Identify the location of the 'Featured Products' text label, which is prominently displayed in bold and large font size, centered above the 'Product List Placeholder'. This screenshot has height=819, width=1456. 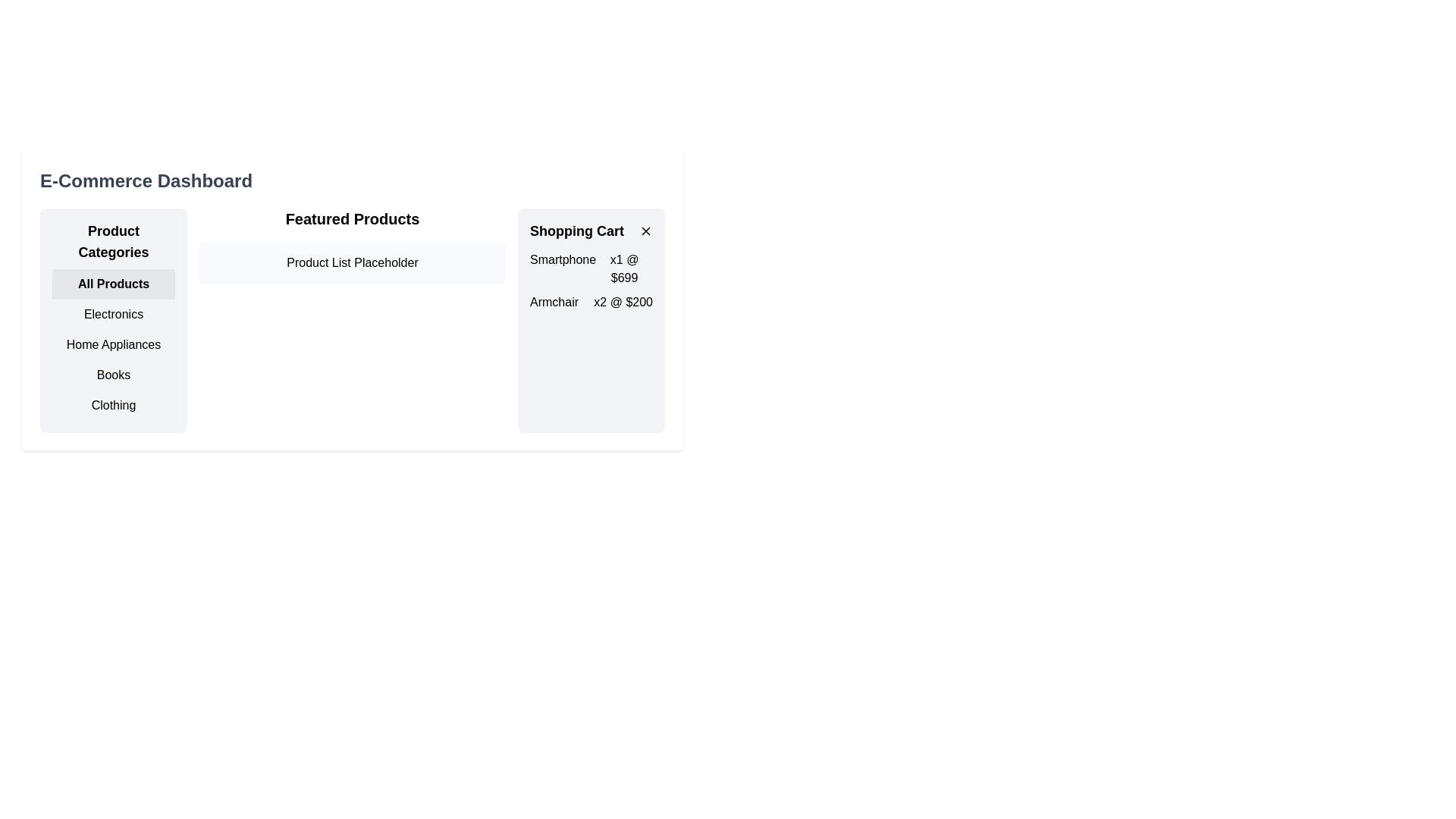
(352, 219).